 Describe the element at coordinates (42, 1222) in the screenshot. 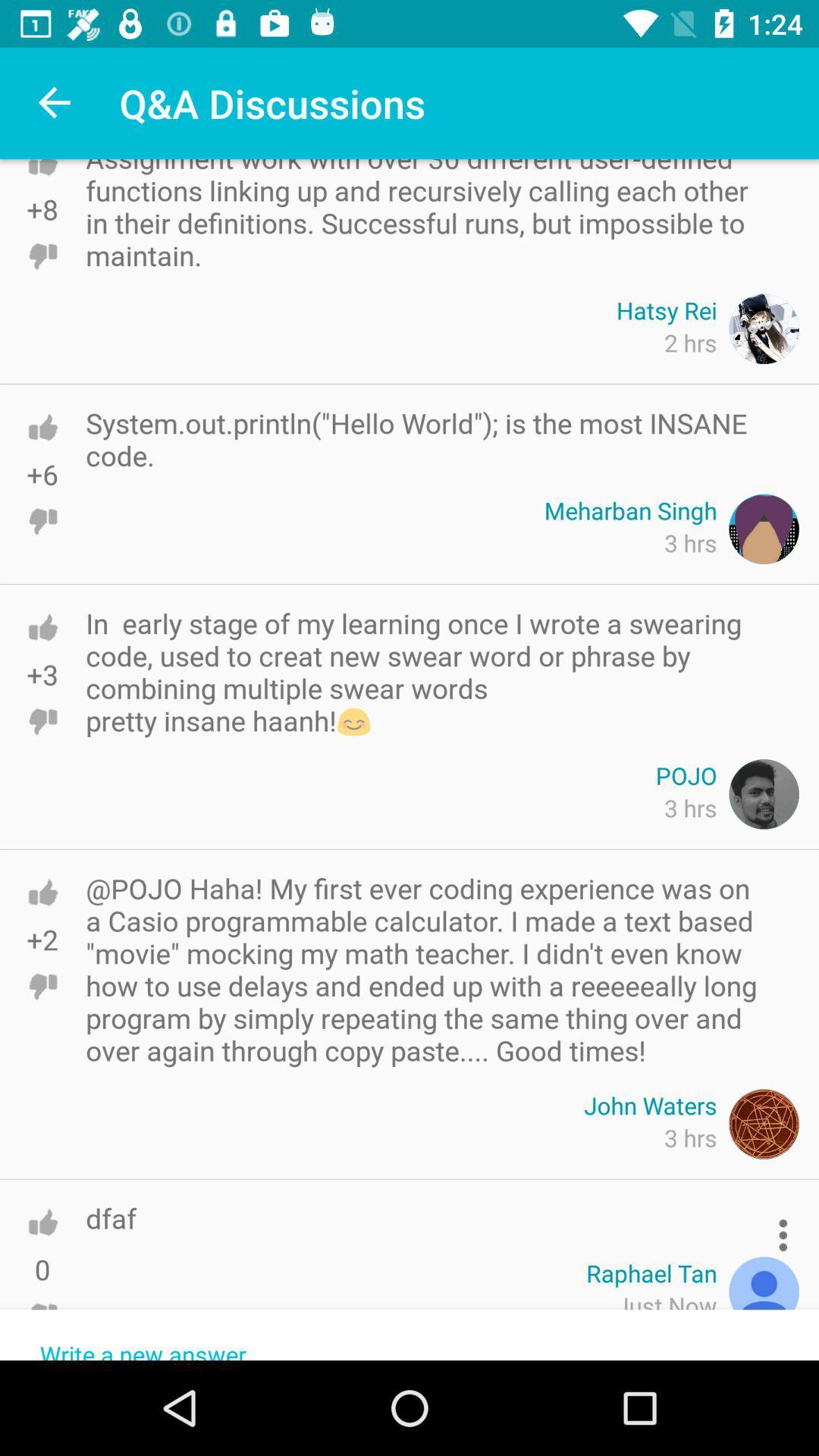

I see `upvote the comment` at that location.